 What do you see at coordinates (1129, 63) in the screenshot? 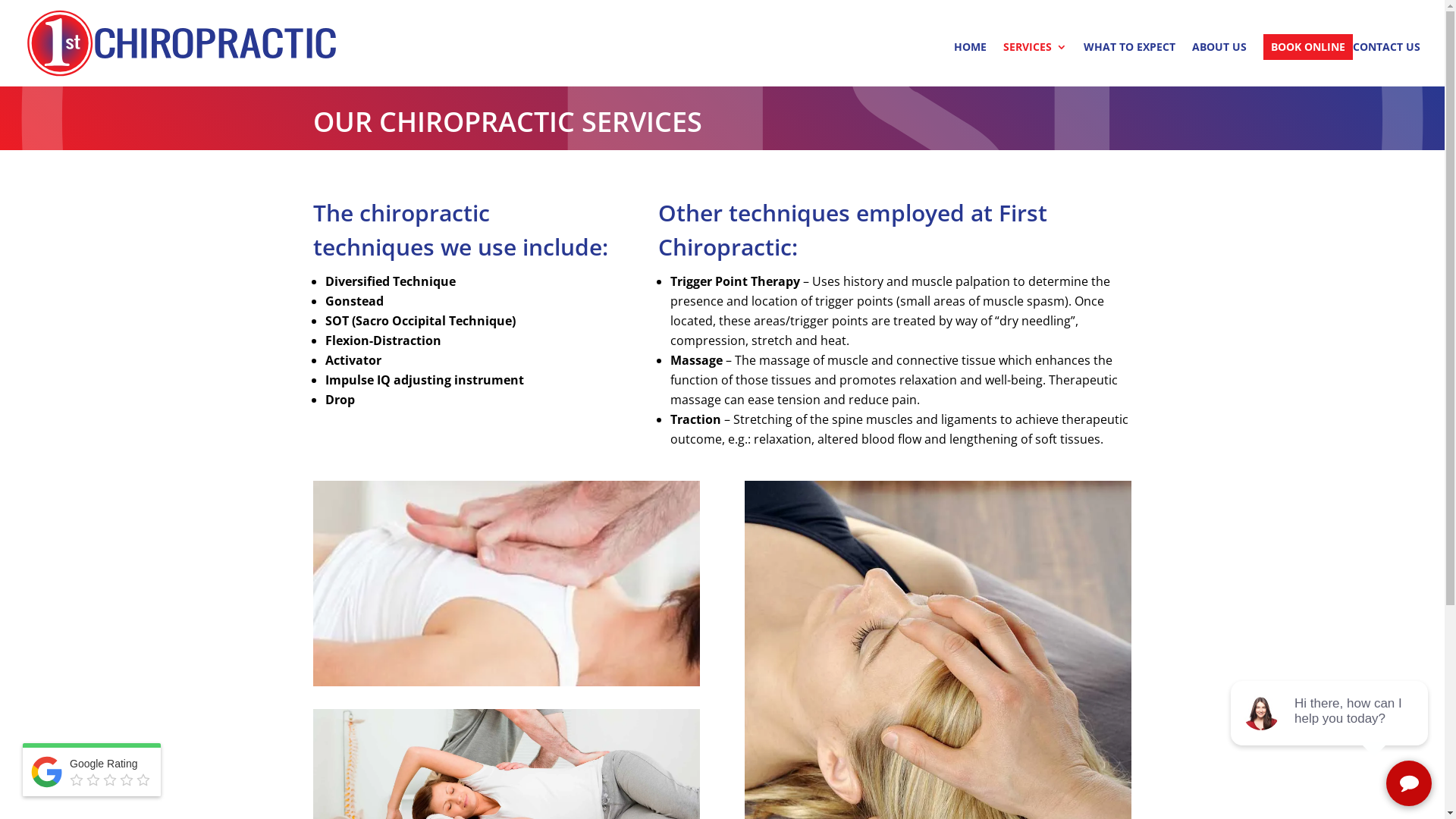
I see `'WHAT TO EXPECT'` at bounding box center [1129, 63].